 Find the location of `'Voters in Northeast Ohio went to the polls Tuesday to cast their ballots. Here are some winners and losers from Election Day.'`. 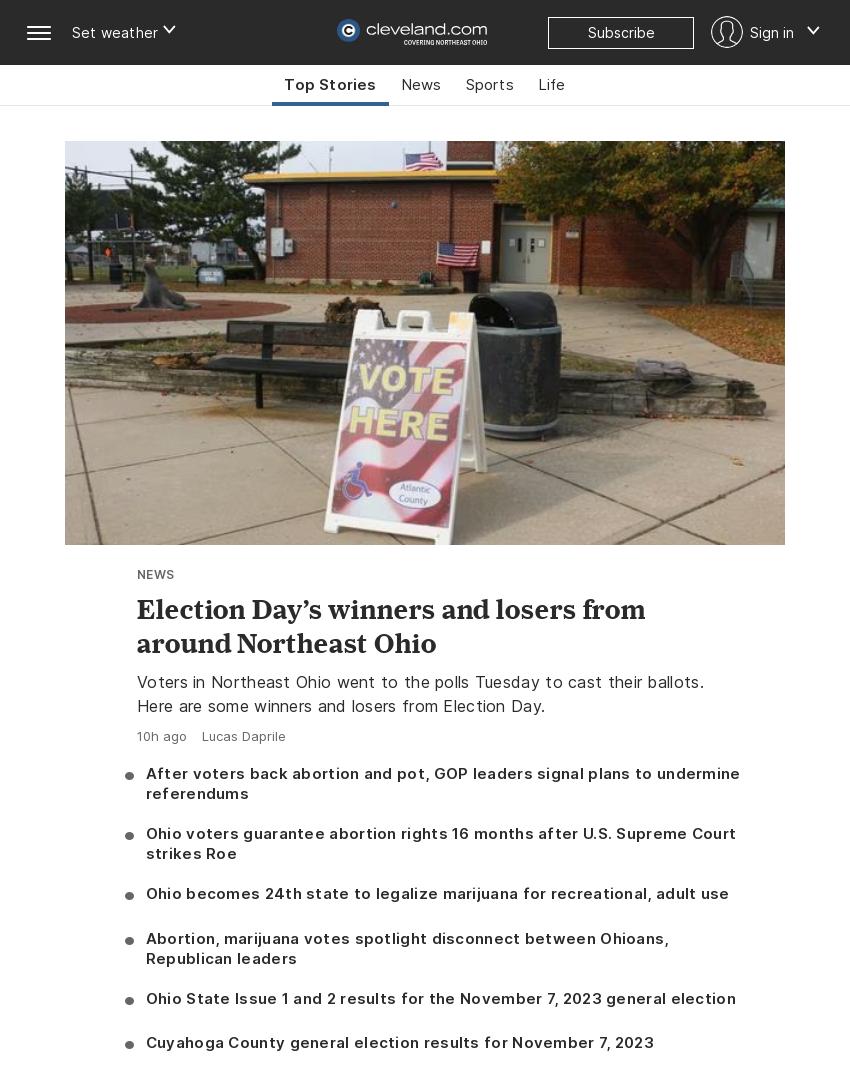

'Voters in Northeast Ohio went to the polls Tuesday to cast their ballots. Here are some winners and losers from Election Day.' is located at coordinates (137, 692).